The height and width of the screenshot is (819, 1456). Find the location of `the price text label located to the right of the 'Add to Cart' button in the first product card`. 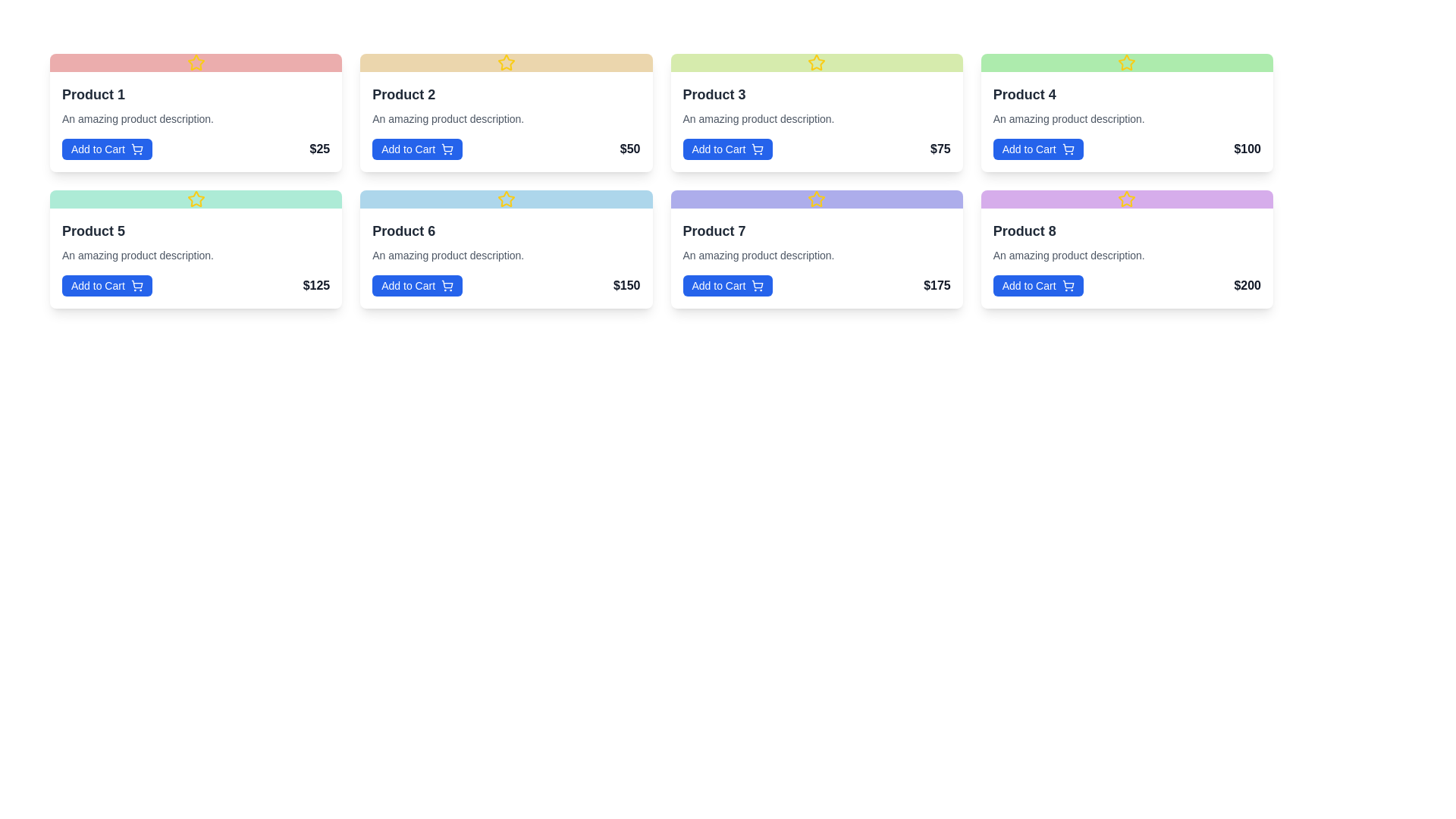

the price text label located to the right of the 'Add to Cart' button in the first product card is located at coordinates (318, 149).